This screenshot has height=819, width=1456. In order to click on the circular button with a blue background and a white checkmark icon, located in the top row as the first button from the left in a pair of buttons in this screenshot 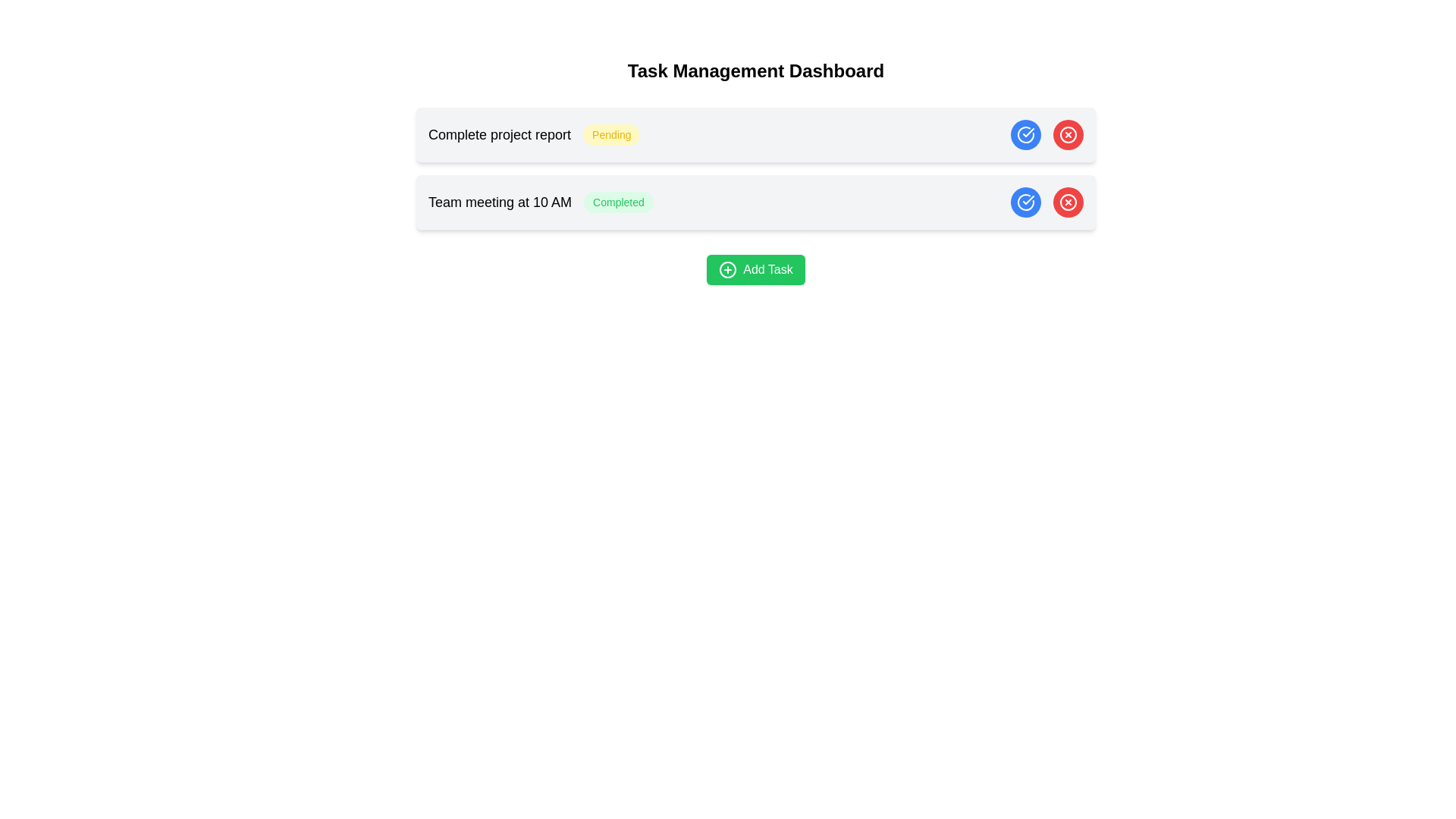, I will do `click(1026, 133)`.